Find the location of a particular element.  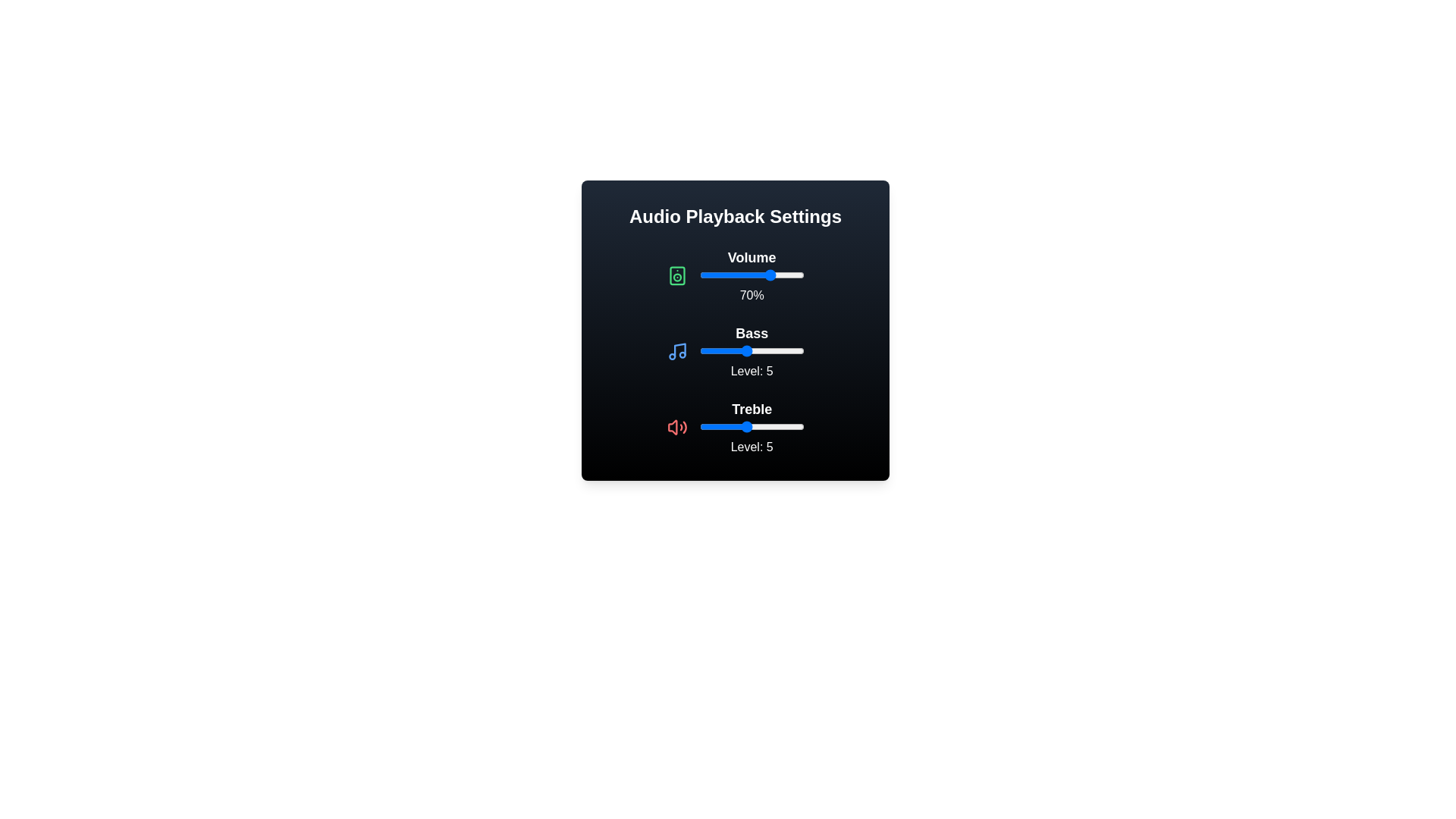

the treble control icon in the audio configuration interface for further interaction is located at coordinates (671, 427).